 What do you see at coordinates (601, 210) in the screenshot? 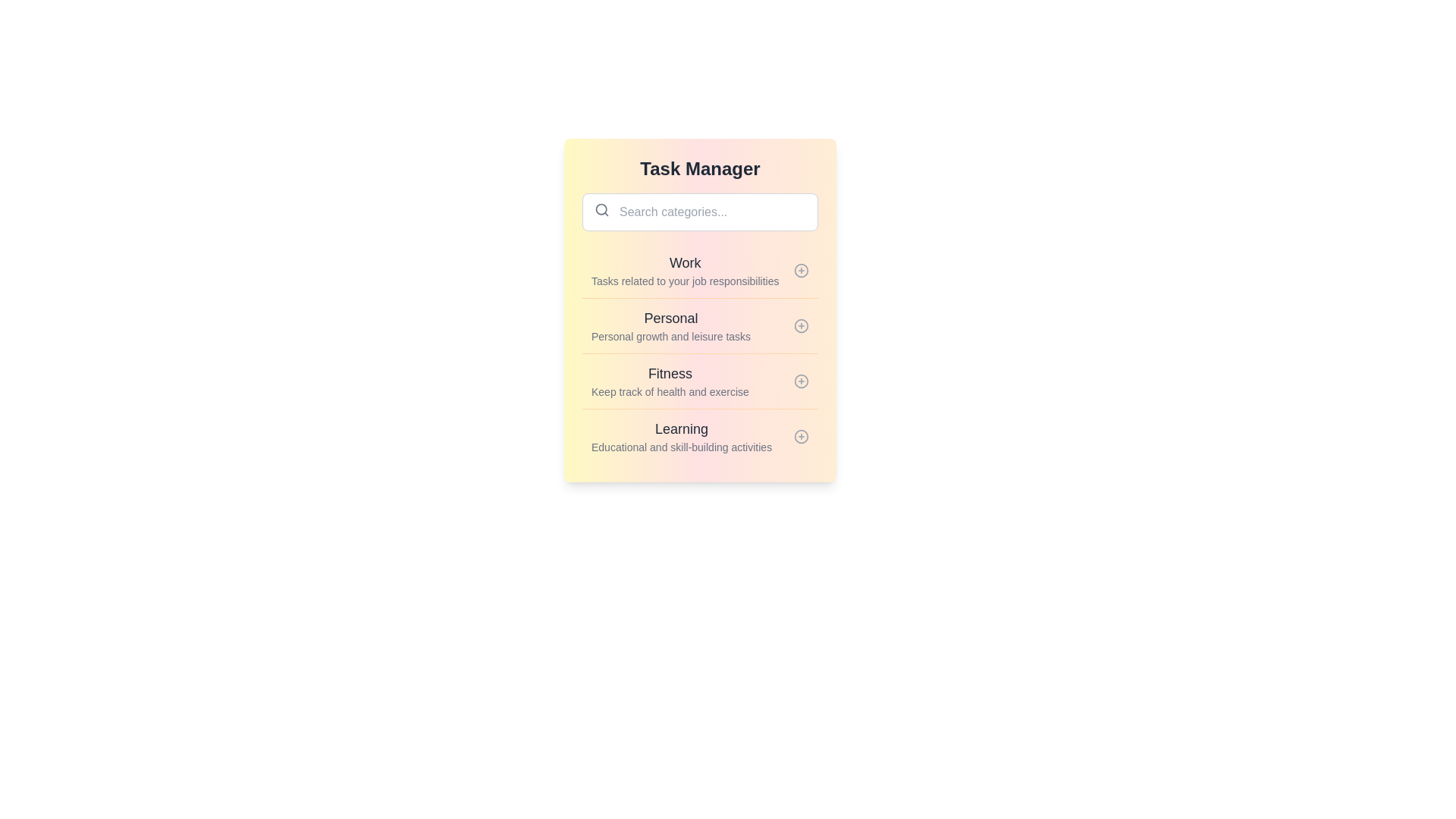
I see `the search icon, which is a magnifying glass shape with a circular outline and a diagonal handle, located to the left of the search input field` at bounding box center [601, 210].